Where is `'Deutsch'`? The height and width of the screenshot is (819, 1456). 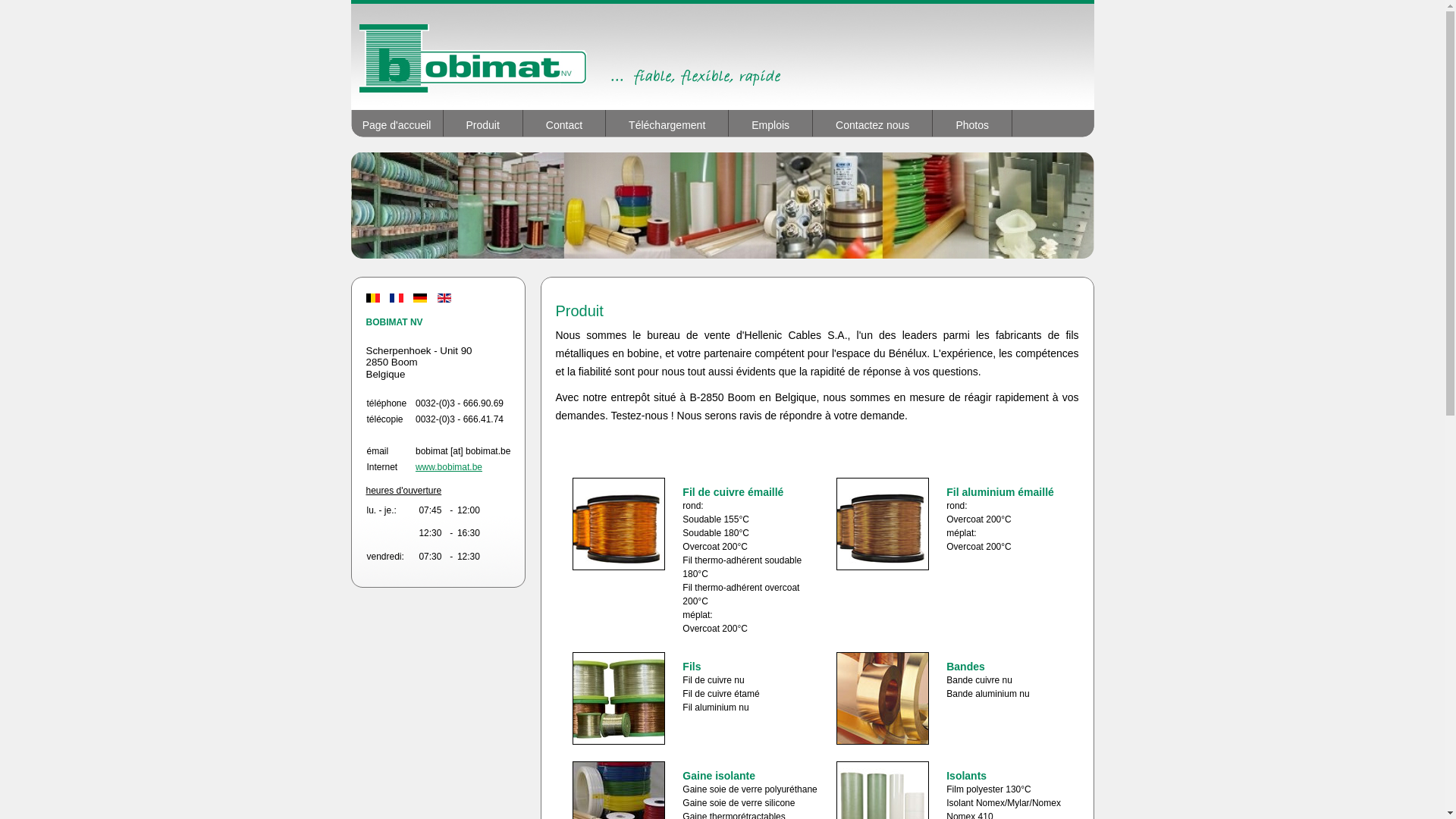 'Deutsch' is located at coordinates (413, 298).